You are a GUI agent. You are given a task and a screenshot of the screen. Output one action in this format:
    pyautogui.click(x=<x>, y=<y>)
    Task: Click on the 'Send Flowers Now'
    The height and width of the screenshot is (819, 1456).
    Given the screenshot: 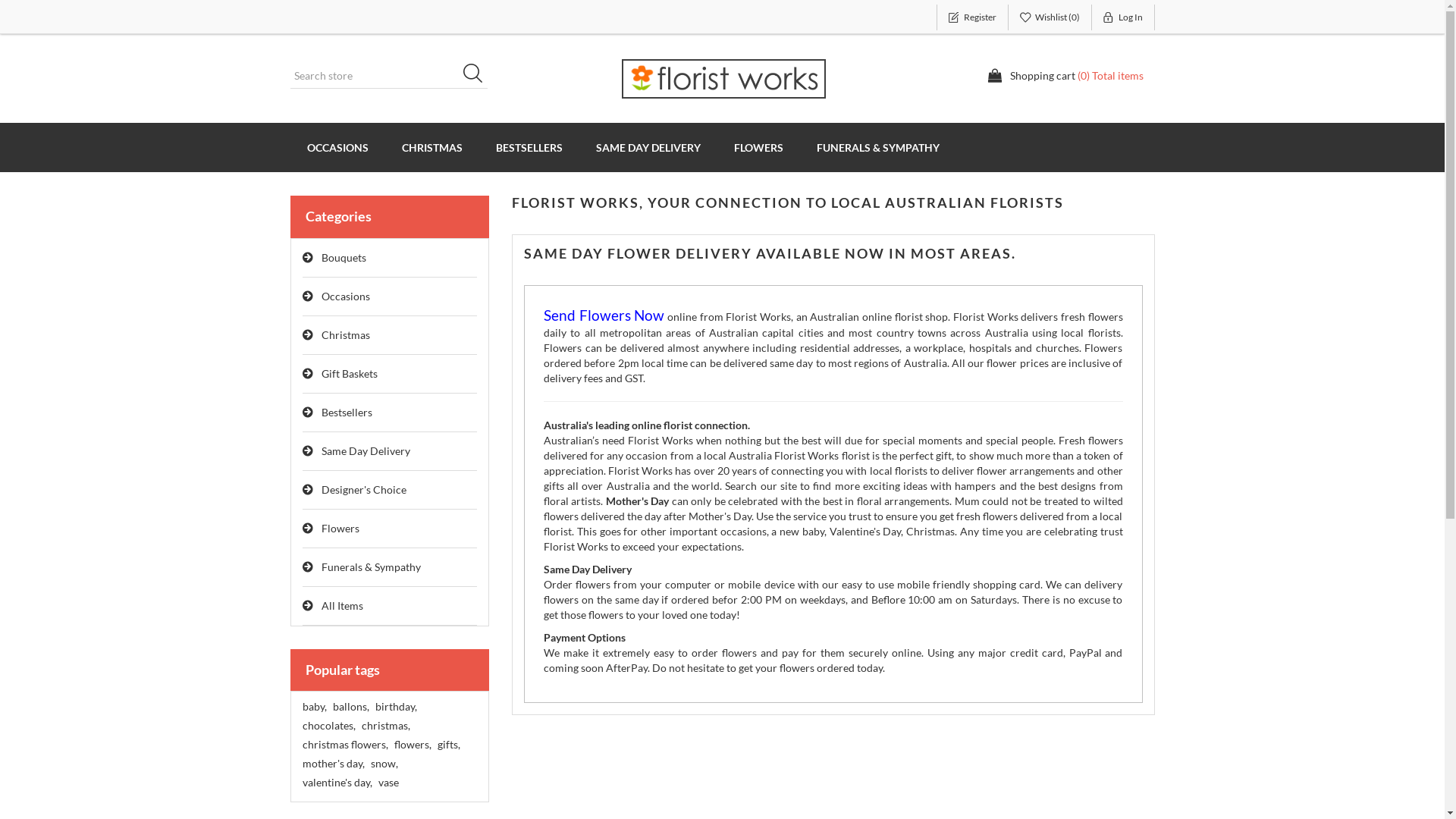 What is the action you would take?
    pyautogui.click(x=543, y=315)
    